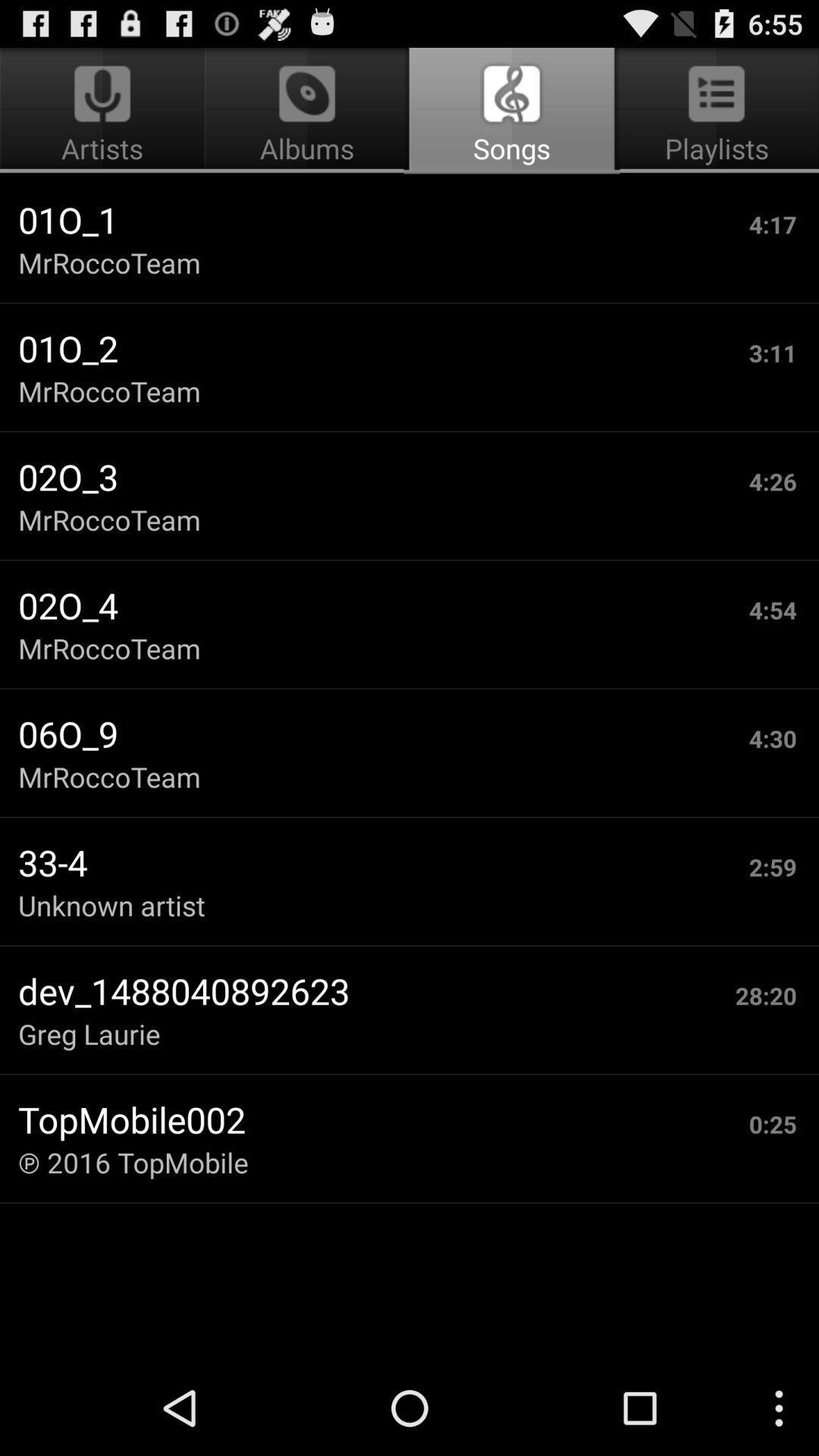  Describe the element at coordinates (104, 111) in the screenshot. I see `artists at the top left corner` at that location.